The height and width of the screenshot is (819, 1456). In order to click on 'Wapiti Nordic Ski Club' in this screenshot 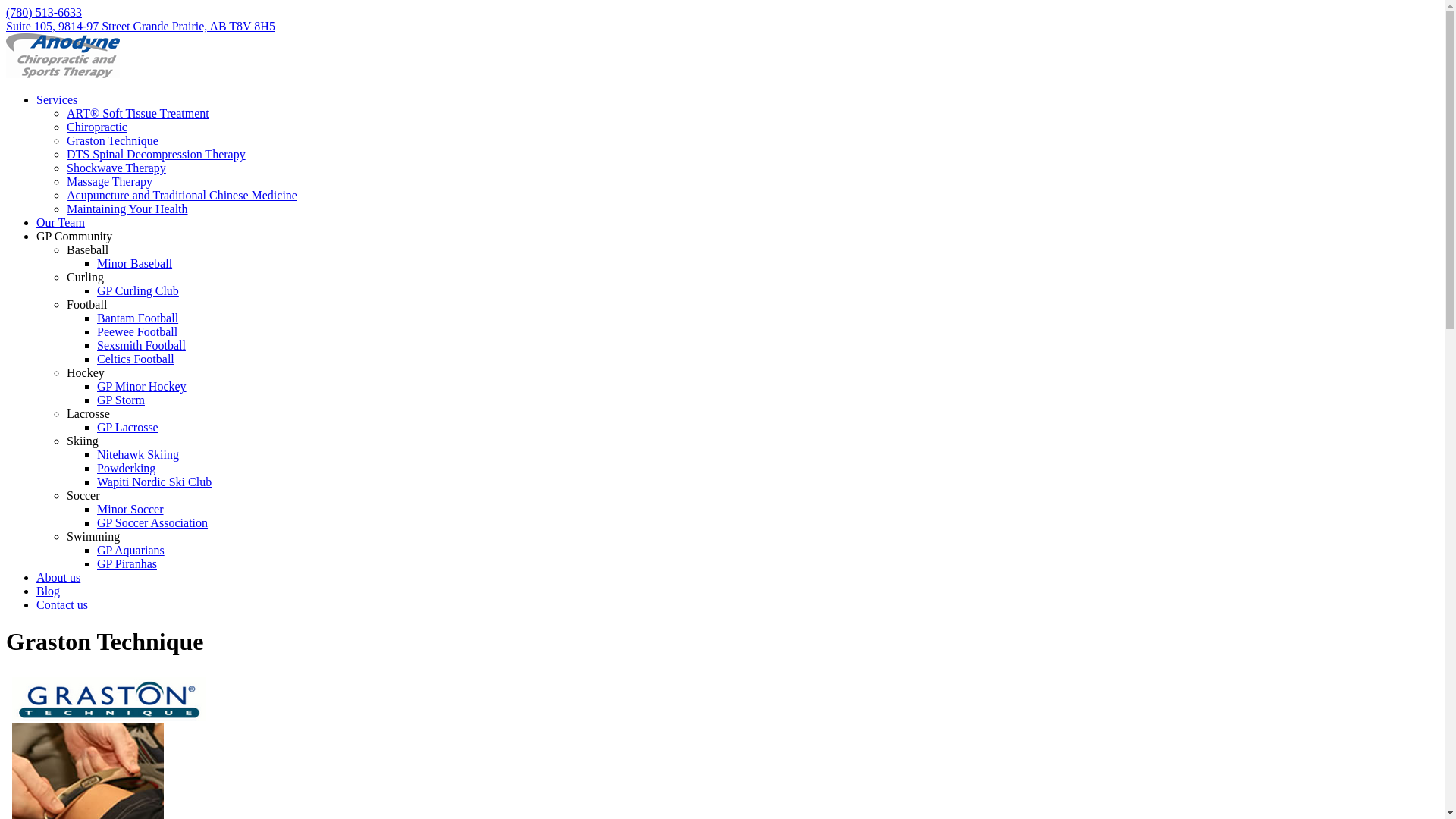, I will do `click(154, 482)`.